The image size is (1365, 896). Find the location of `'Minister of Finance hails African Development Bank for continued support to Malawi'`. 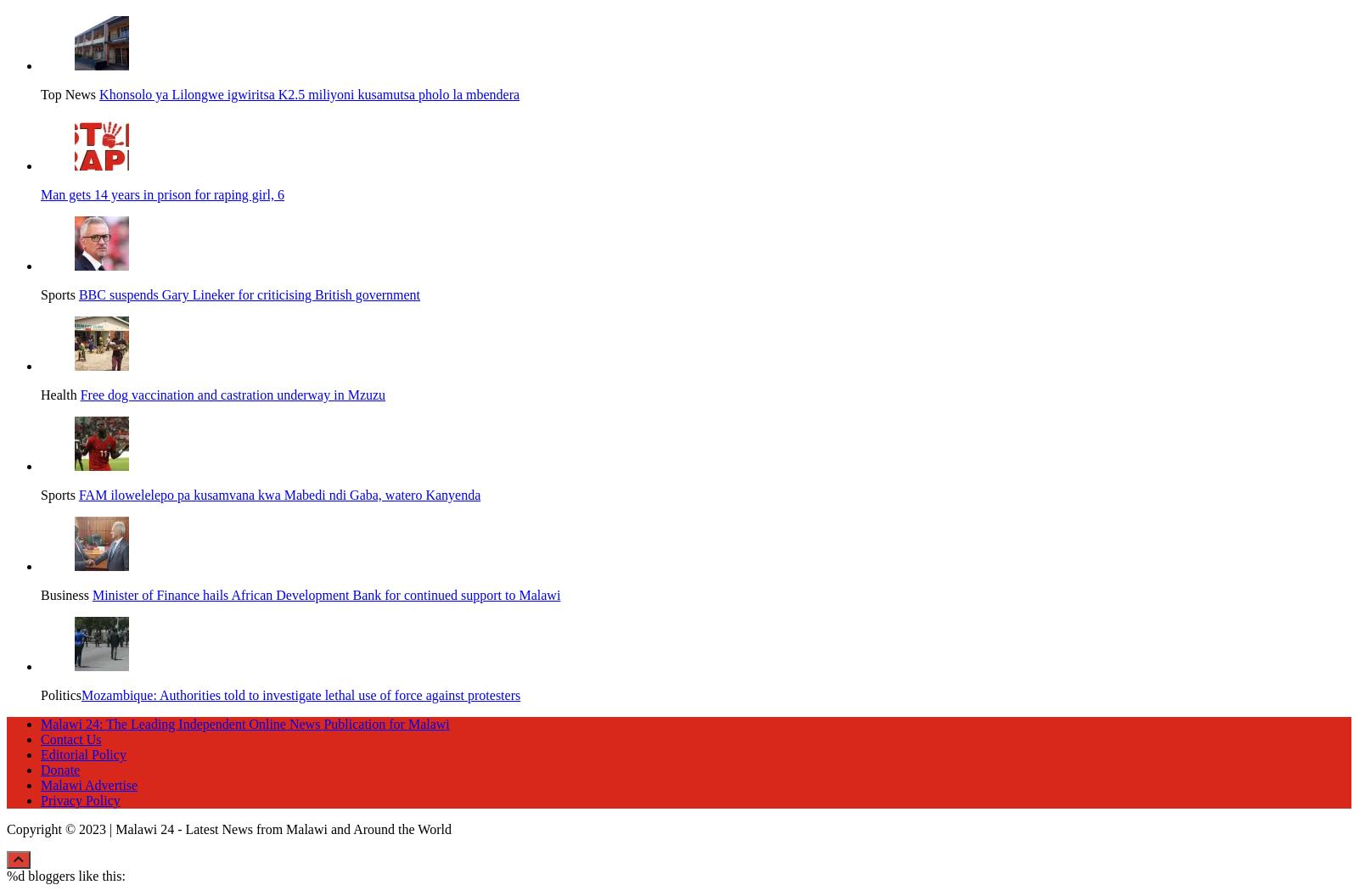

'Minister of Finance hails African Development Bank for continued support to Malawi' is located at coordinates (325, 591).